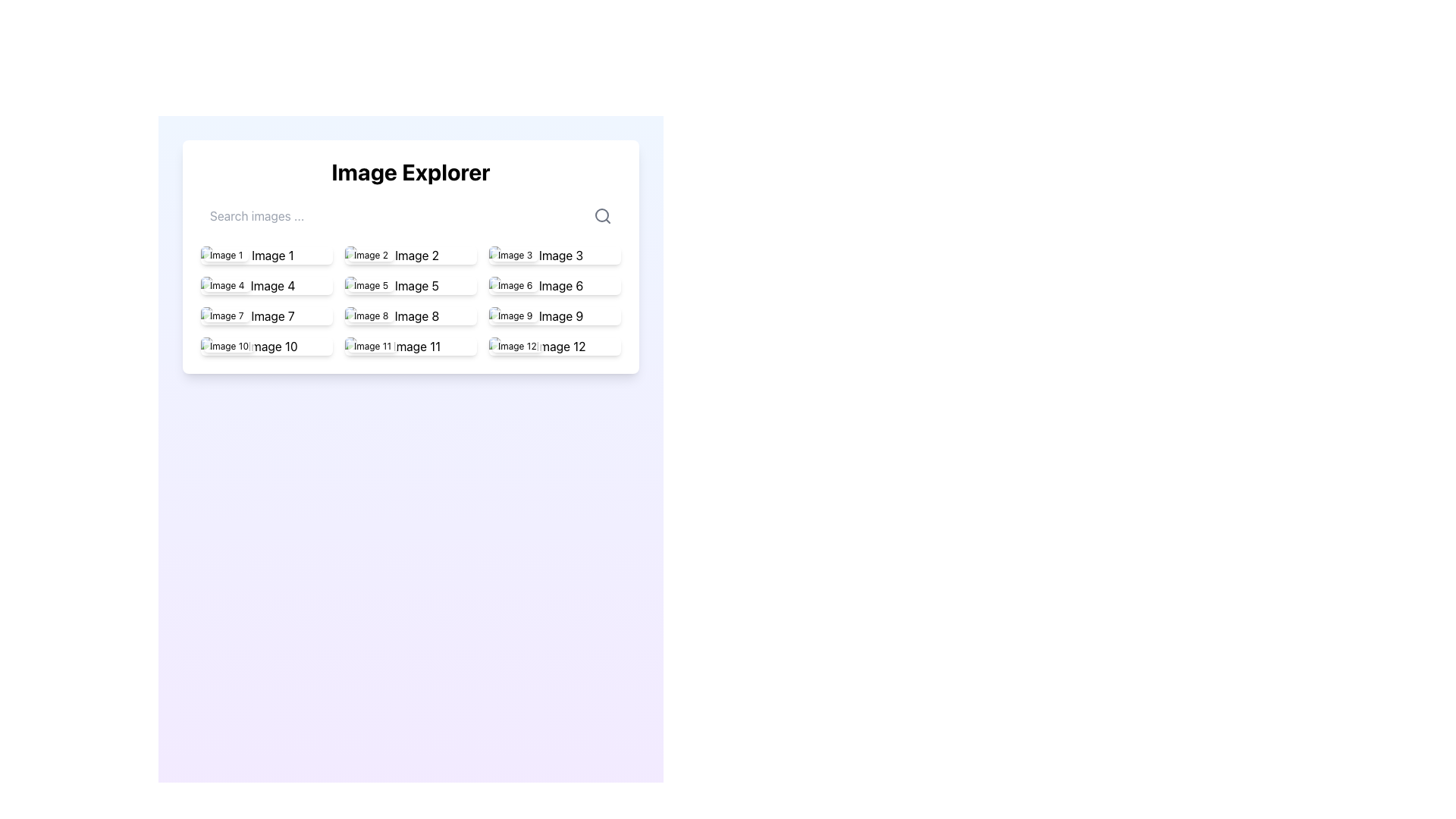  Describe the element at coordinates (266, 315) in the screenshot. I see `the thumbnail with text overlay located in the fourth row and first column of the grid layout` at that location.